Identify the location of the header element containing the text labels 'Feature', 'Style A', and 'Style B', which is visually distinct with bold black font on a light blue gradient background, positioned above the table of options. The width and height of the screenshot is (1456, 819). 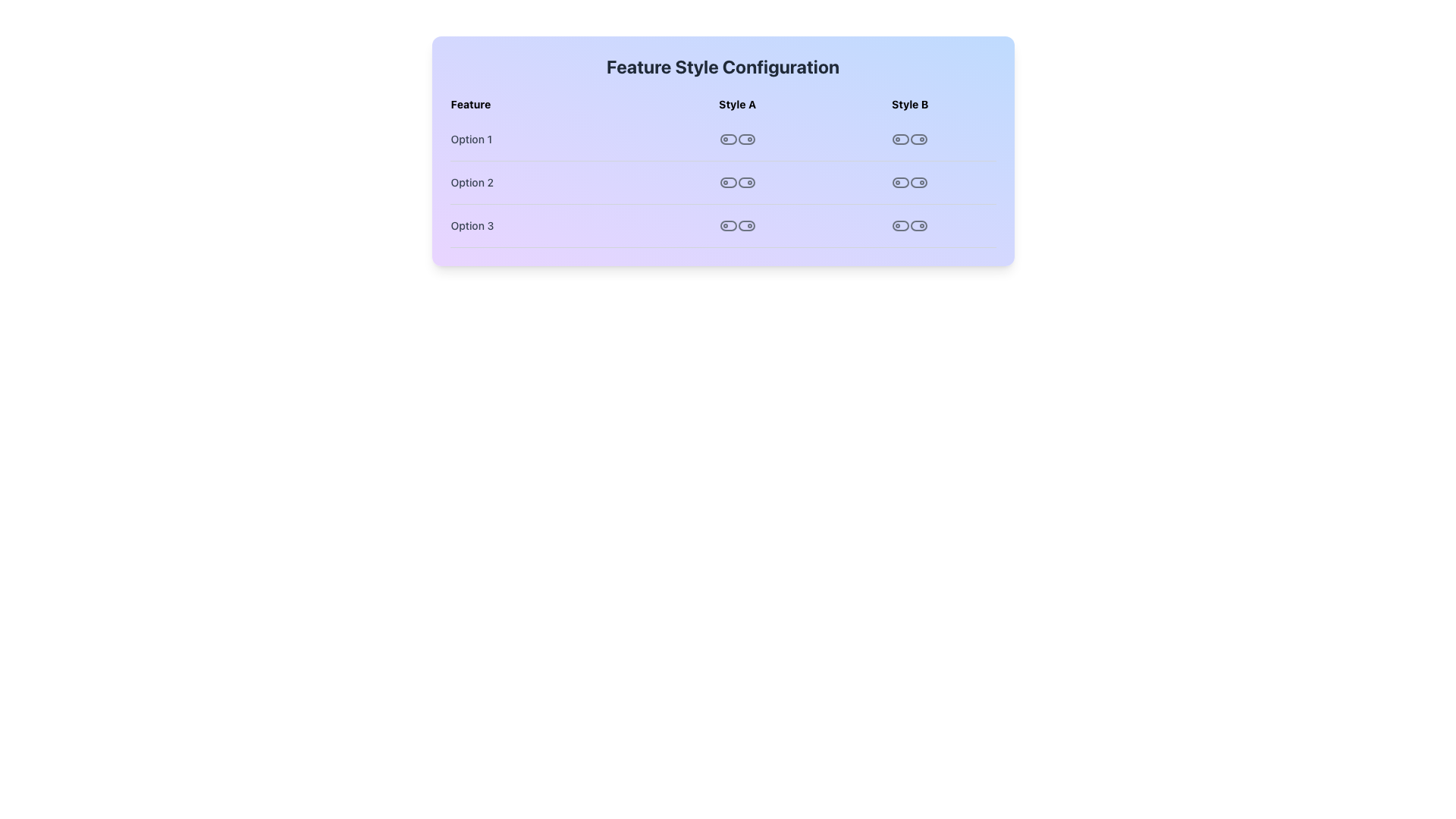
(722, 104).